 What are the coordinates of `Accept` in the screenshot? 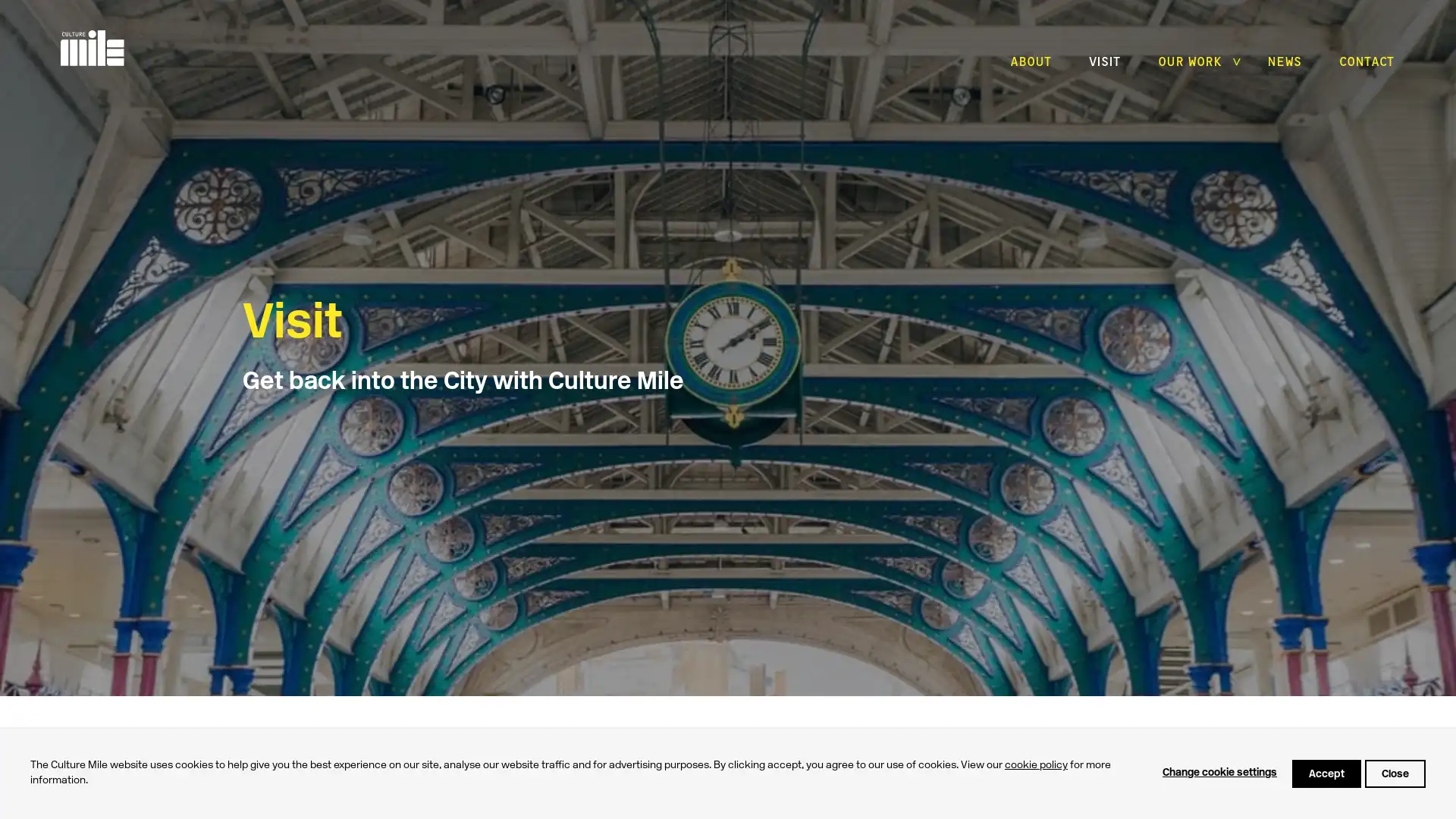 It's located at (1326, 773).